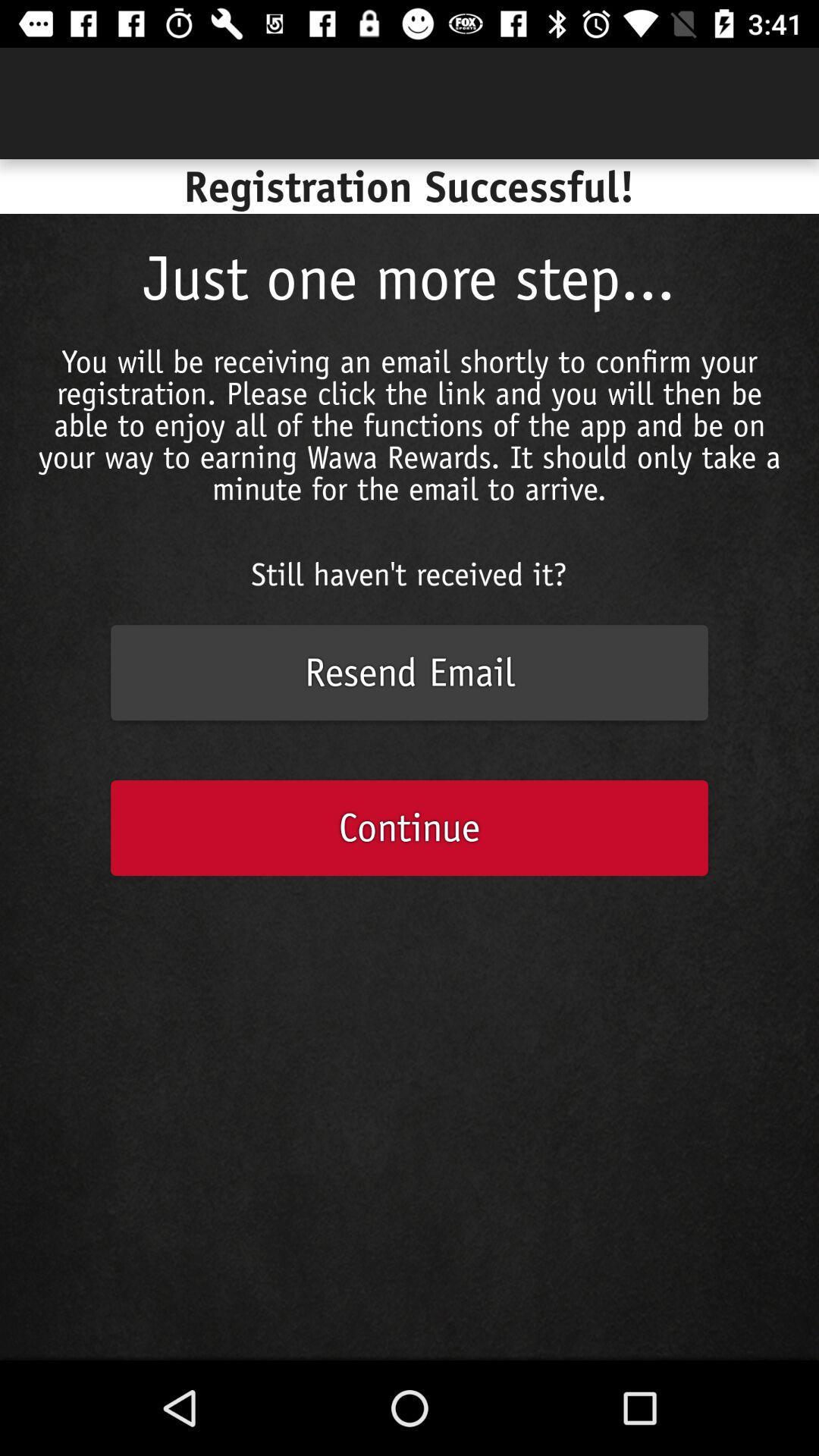 The image size is (819, 1456). Describe the element at coordinates (409, 827) in the screenshot. I see `the continue item` at that location.